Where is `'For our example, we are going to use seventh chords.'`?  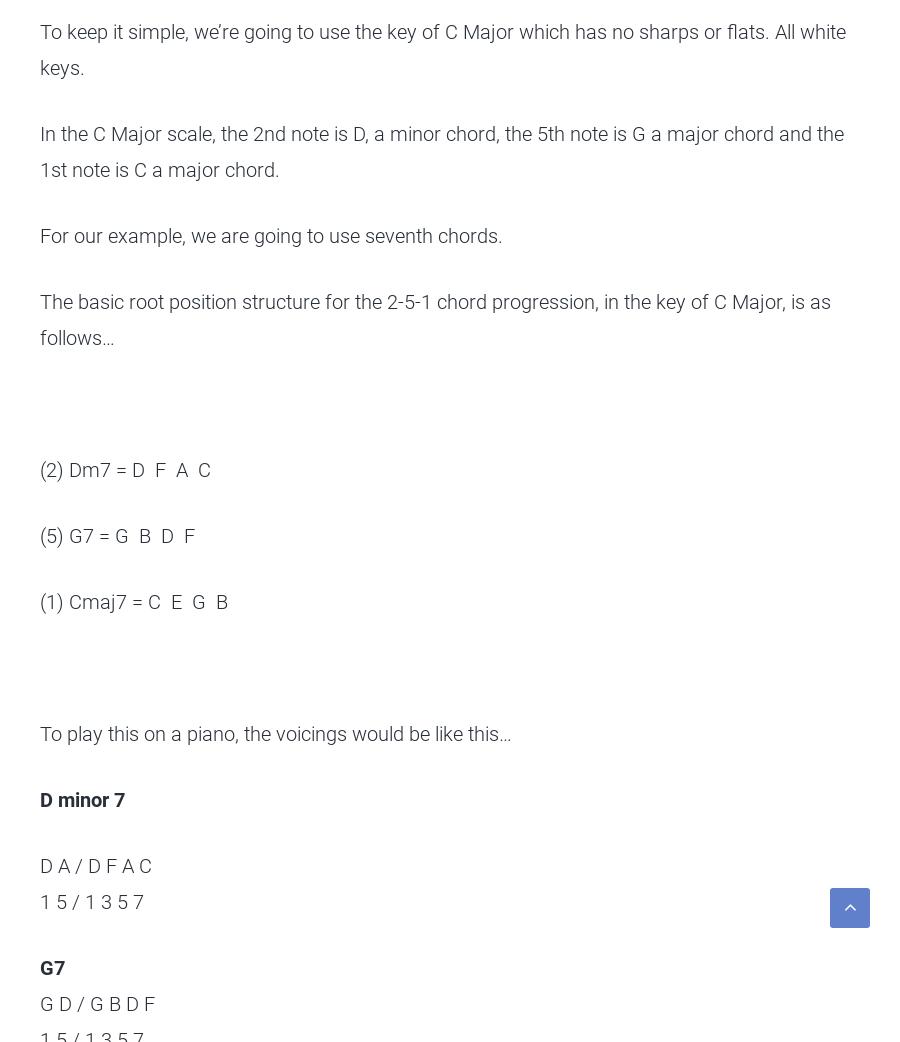 'For our example, we are going to use seventh chords.' is located at coordinates (38, 235).